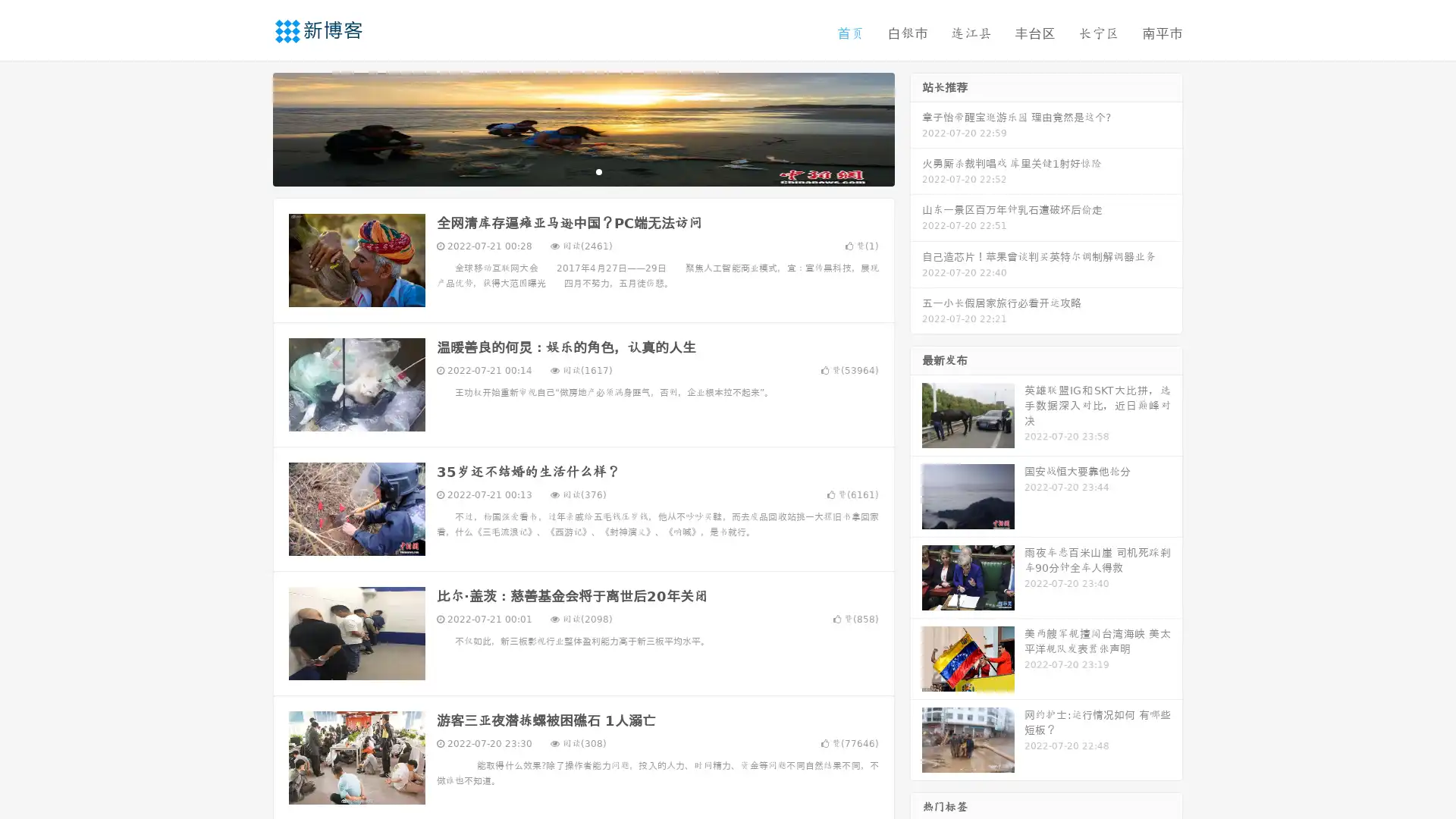 The width and height of the screenshot is (1456, 819). What do you see at coordinates (916, 127) in the screenshot?
I see `Next slide` at bounding box center [916, 127].